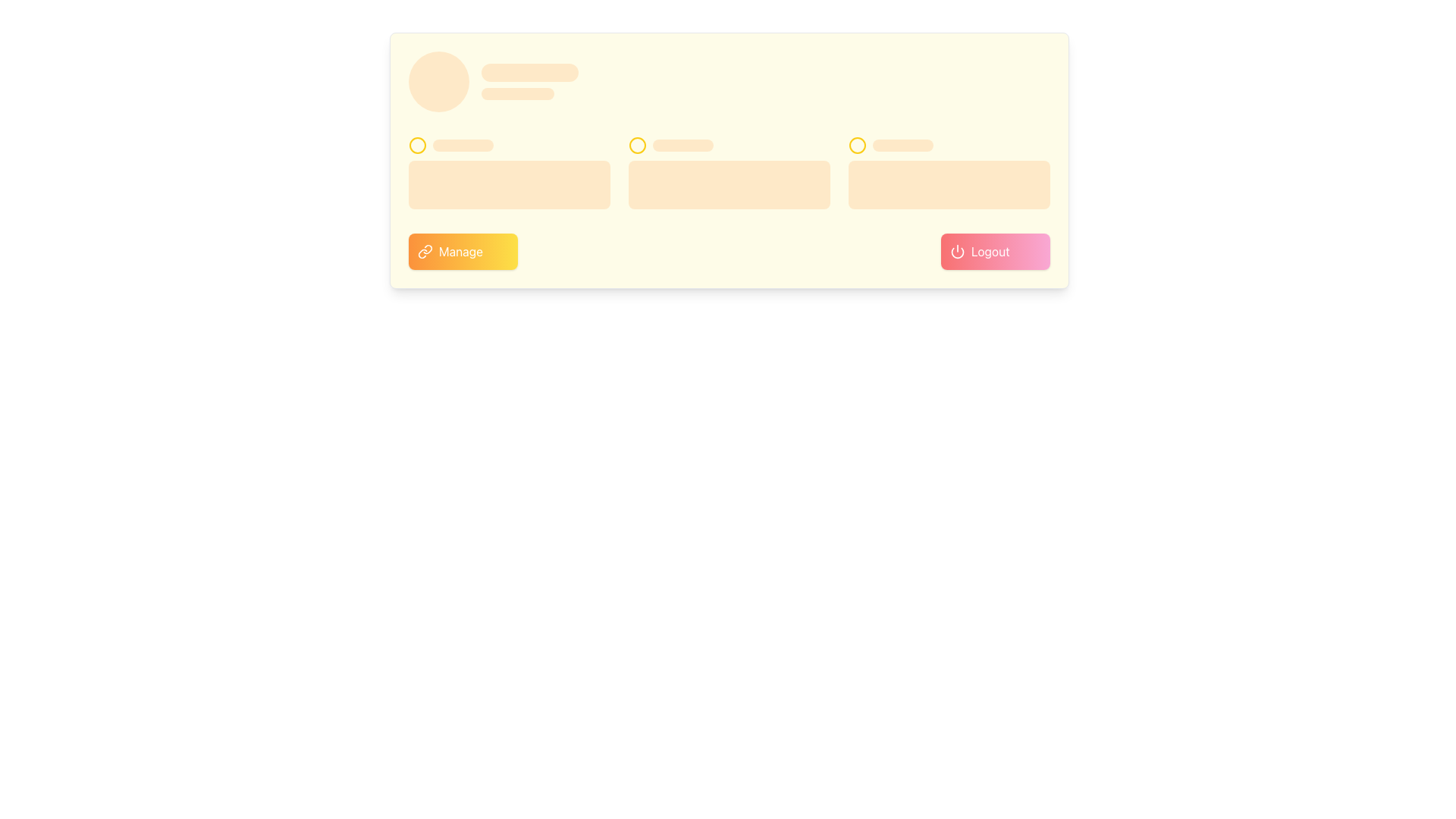 The height and width of the screenshot is (819, 1456). Describe the element at coordinates (996, 250) in the screenshot. I see `the logout button located on the rightmost side of the interface, aligned horizontally with the 'Manage' button` at that location.